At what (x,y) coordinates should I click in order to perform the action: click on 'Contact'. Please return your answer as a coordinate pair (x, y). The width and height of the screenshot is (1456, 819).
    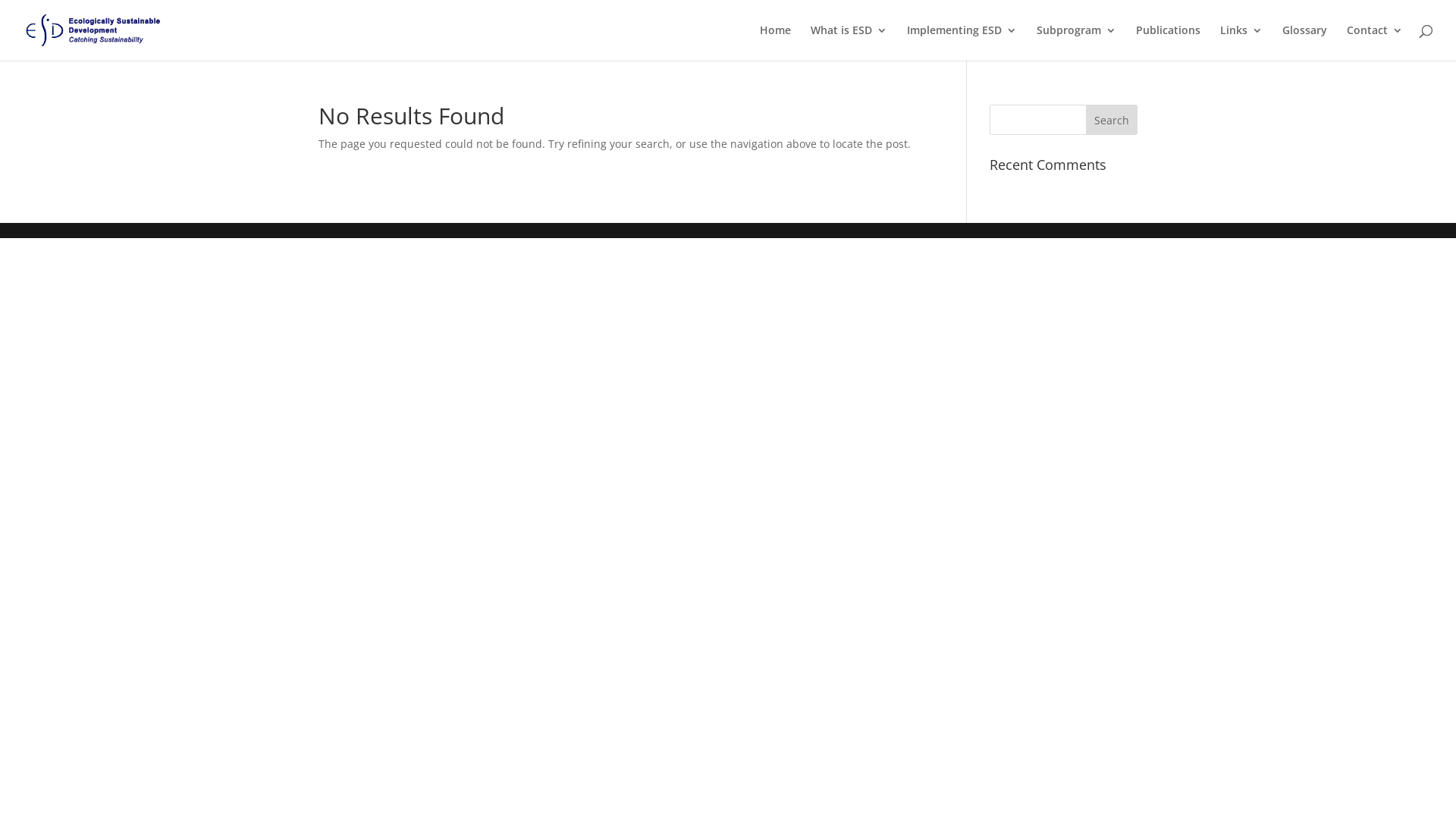
    Looking at the image, I should click on (1375, 42).